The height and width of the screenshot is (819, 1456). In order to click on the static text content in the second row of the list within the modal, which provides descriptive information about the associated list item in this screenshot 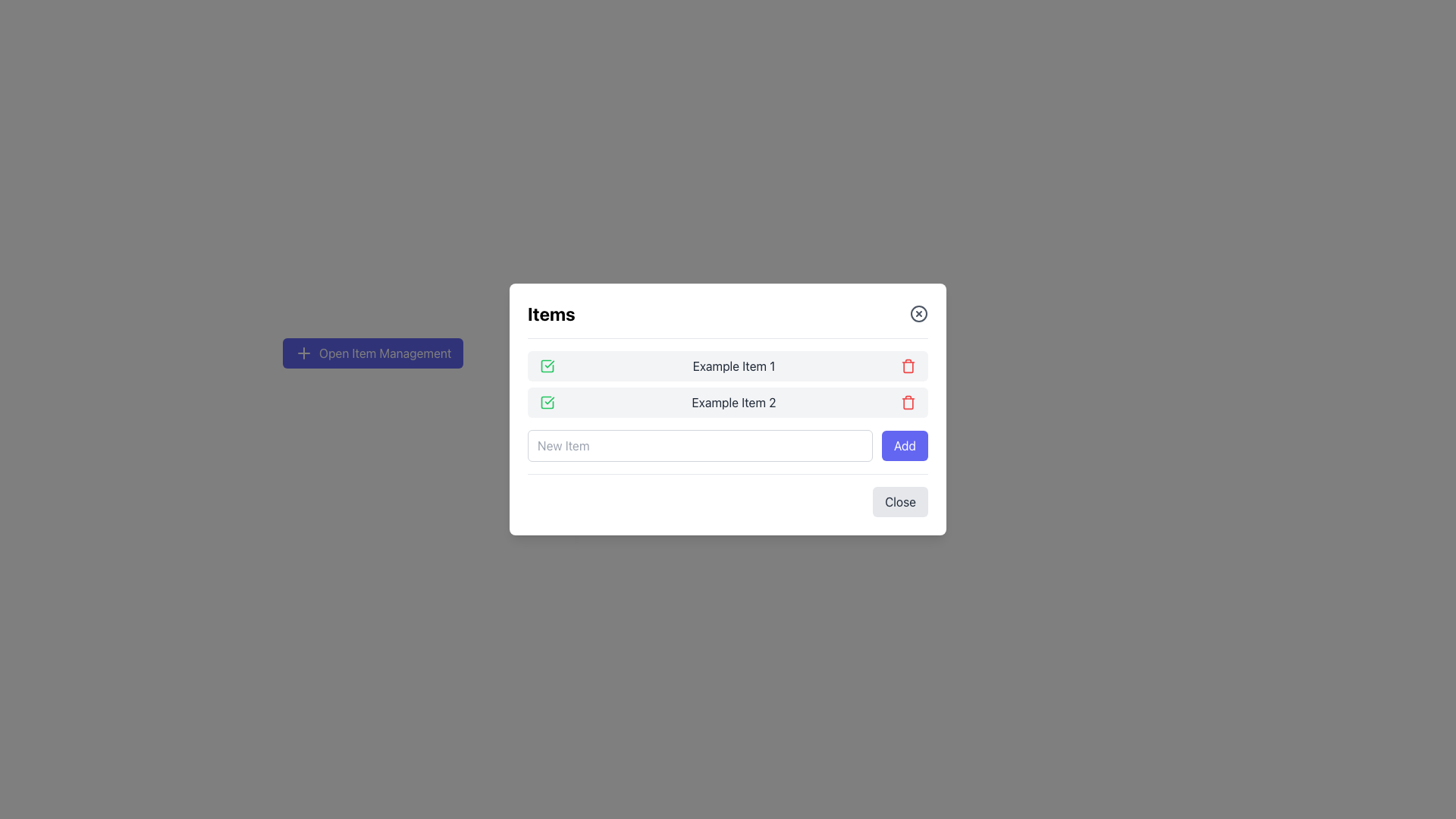, I will do `click(728, 402)`.